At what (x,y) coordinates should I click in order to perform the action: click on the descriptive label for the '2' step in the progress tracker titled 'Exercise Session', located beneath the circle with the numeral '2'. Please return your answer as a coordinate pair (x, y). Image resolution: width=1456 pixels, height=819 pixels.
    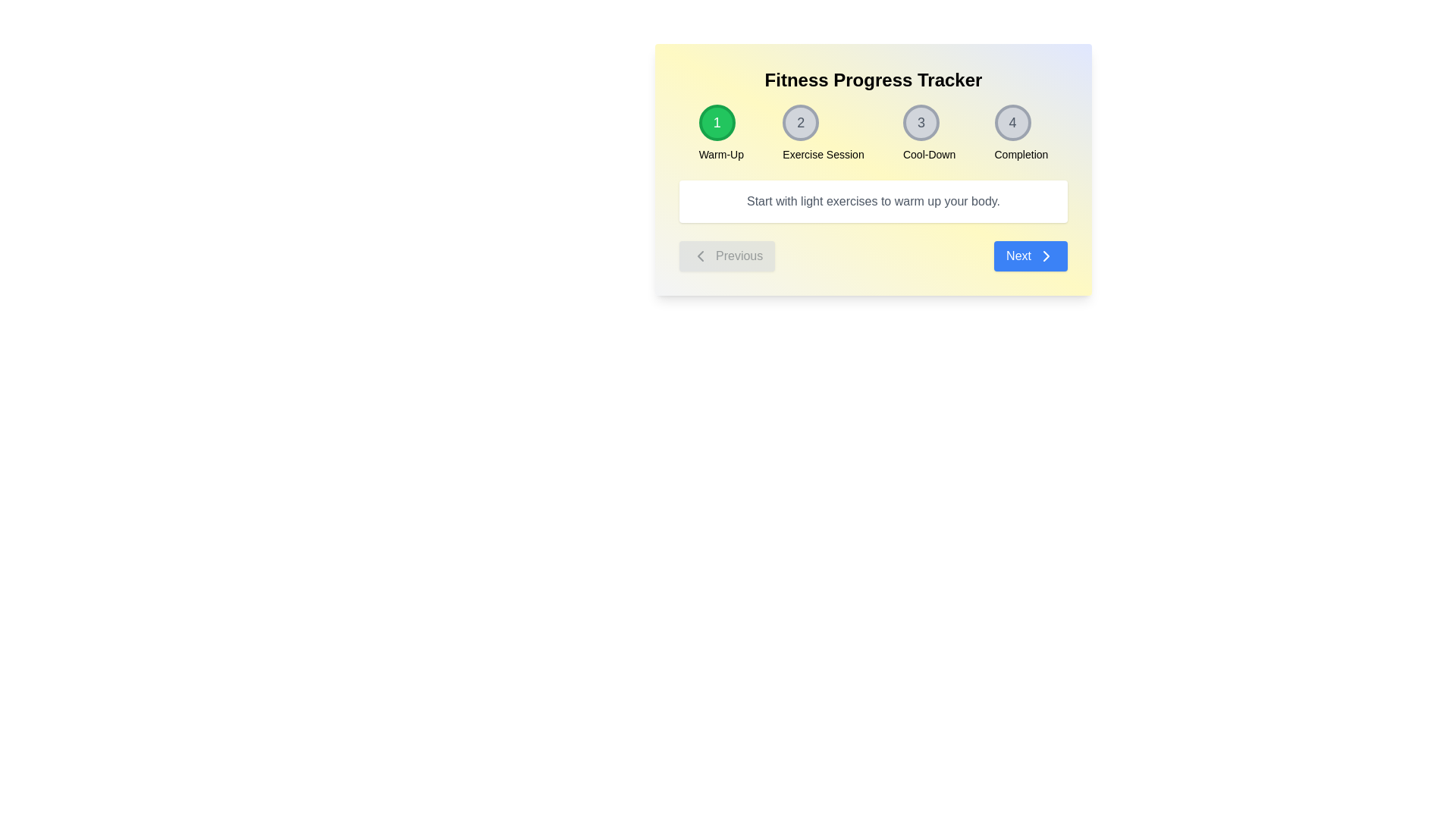
    Looking at the image, I should click on (822, 155).